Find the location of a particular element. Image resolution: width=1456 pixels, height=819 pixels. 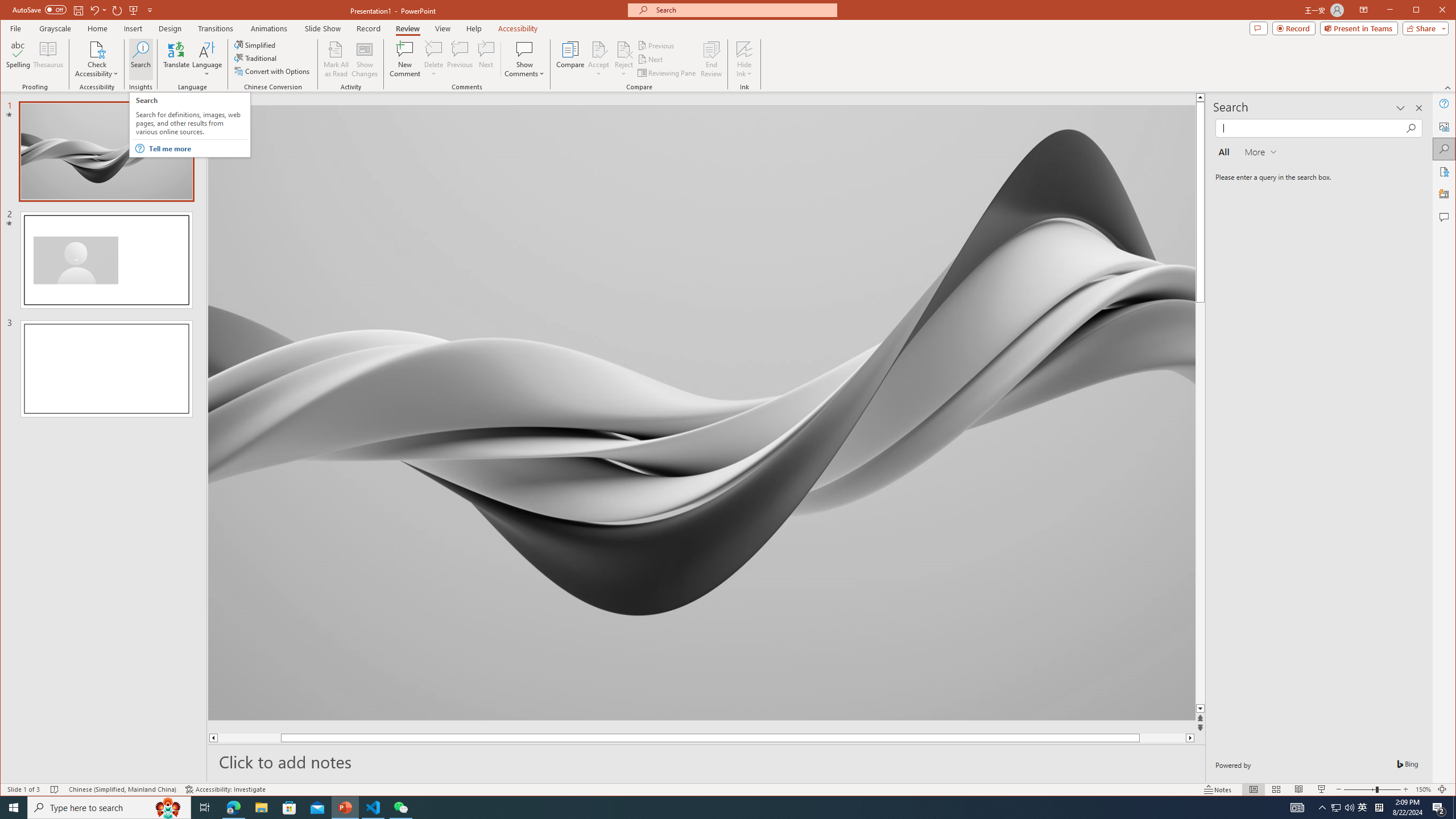

'Reject' is located at coordinates (623, 59).